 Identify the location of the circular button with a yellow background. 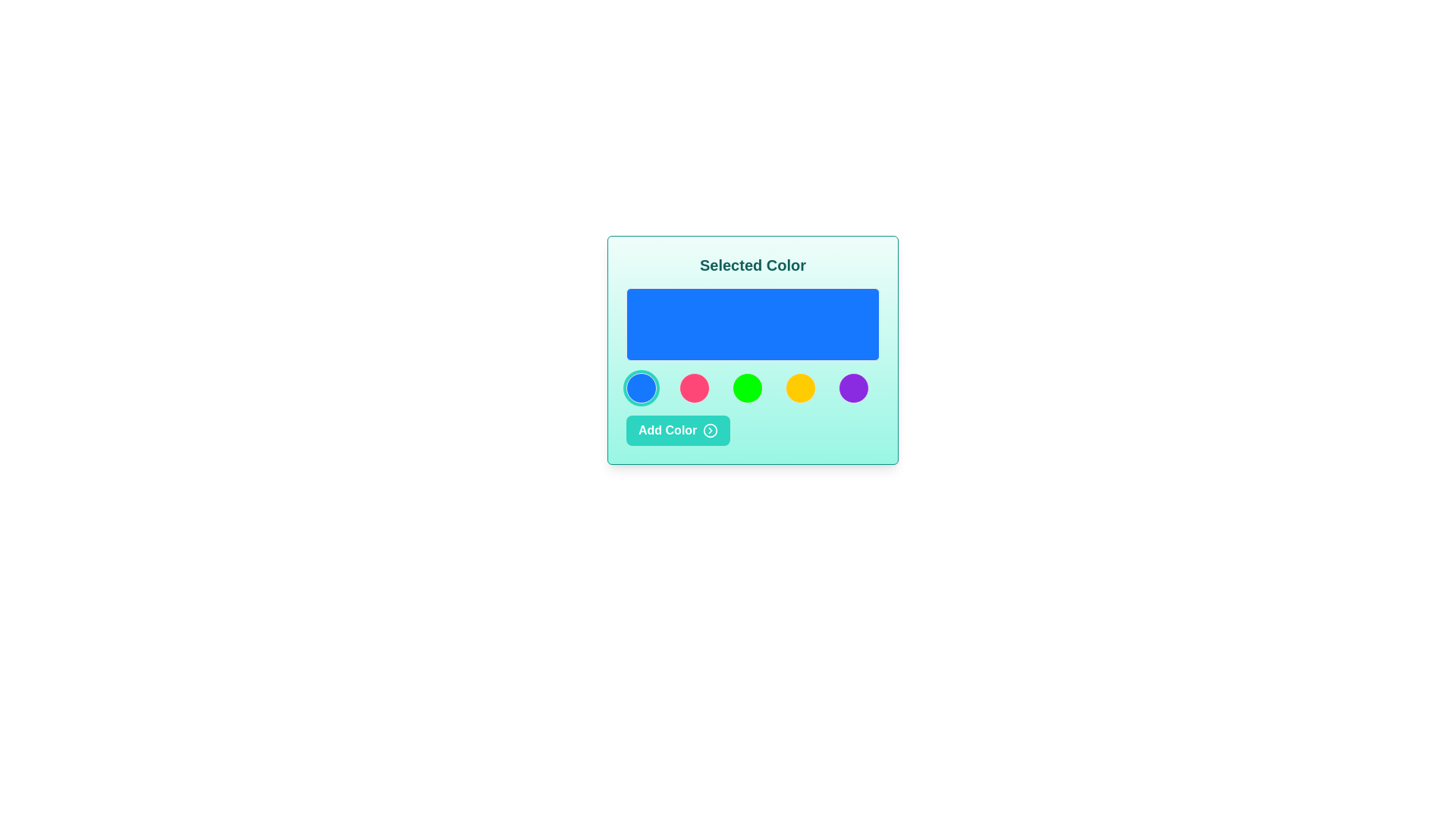
(800, 388).